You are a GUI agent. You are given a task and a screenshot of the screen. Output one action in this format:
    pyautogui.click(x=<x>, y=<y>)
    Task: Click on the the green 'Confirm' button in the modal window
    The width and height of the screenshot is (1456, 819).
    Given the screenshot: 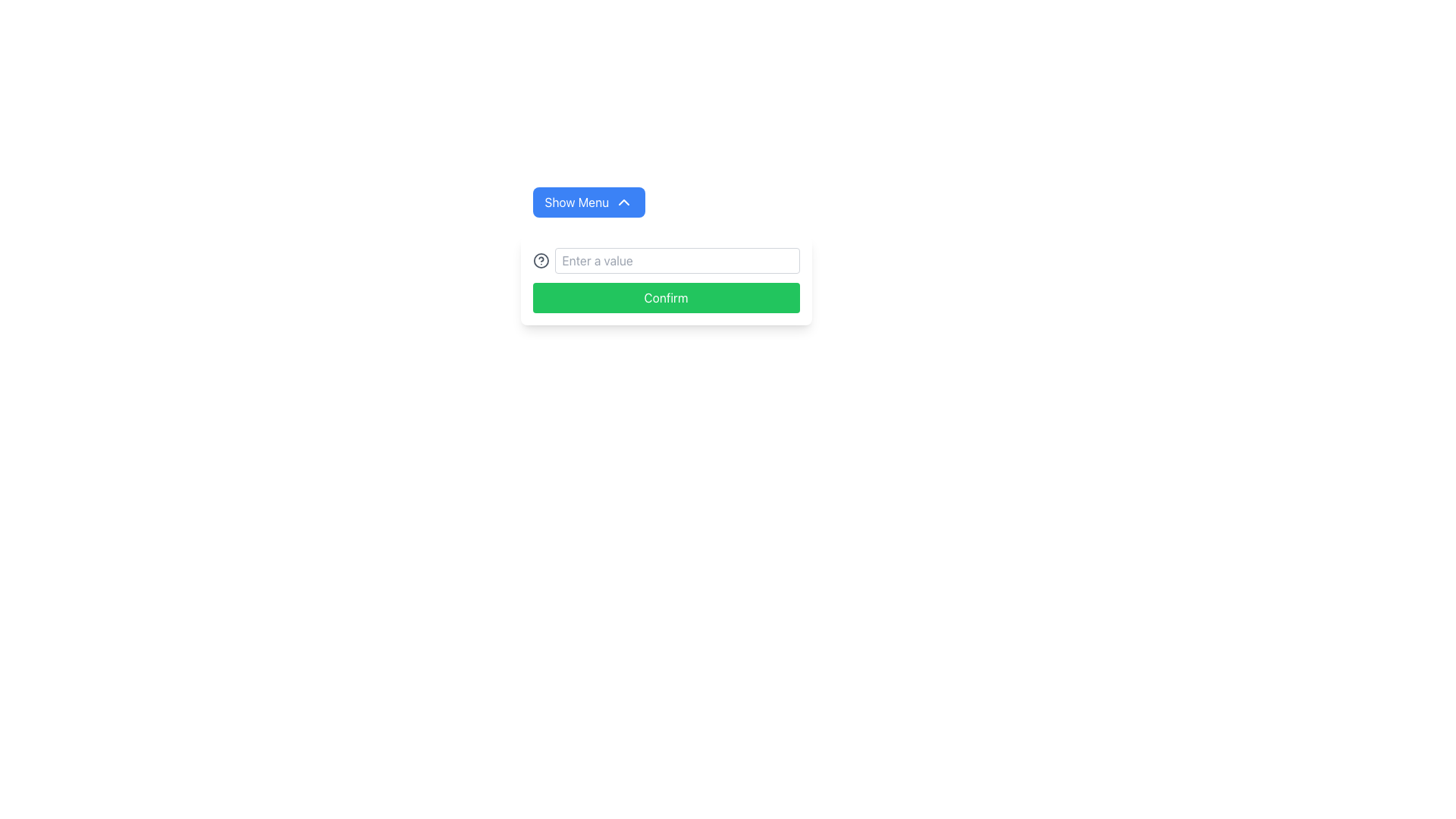 What is the action you would take?
    pyautogui.click(x=666, y=281)
    